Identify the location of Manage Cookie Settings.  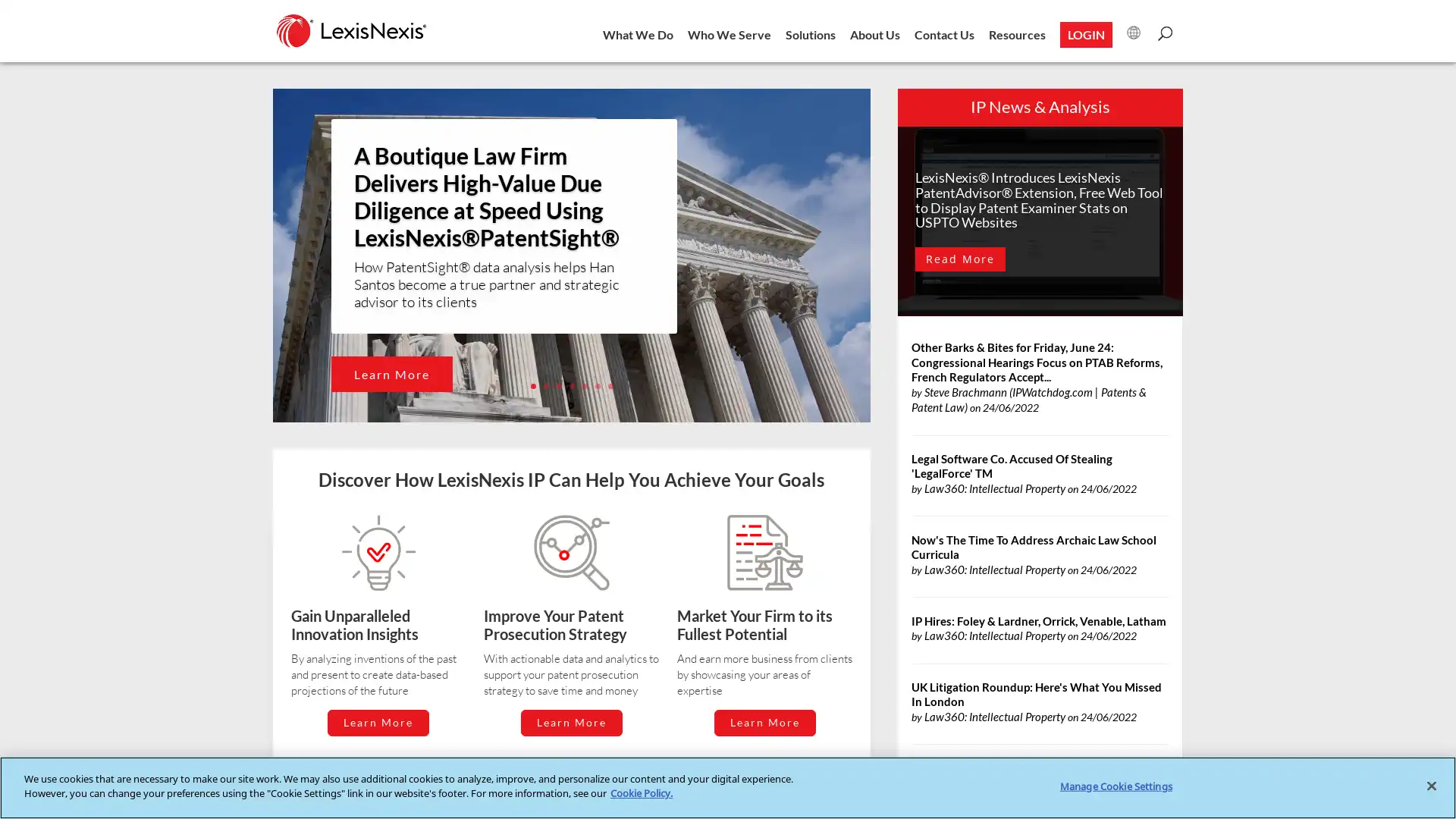
(1115, 786).